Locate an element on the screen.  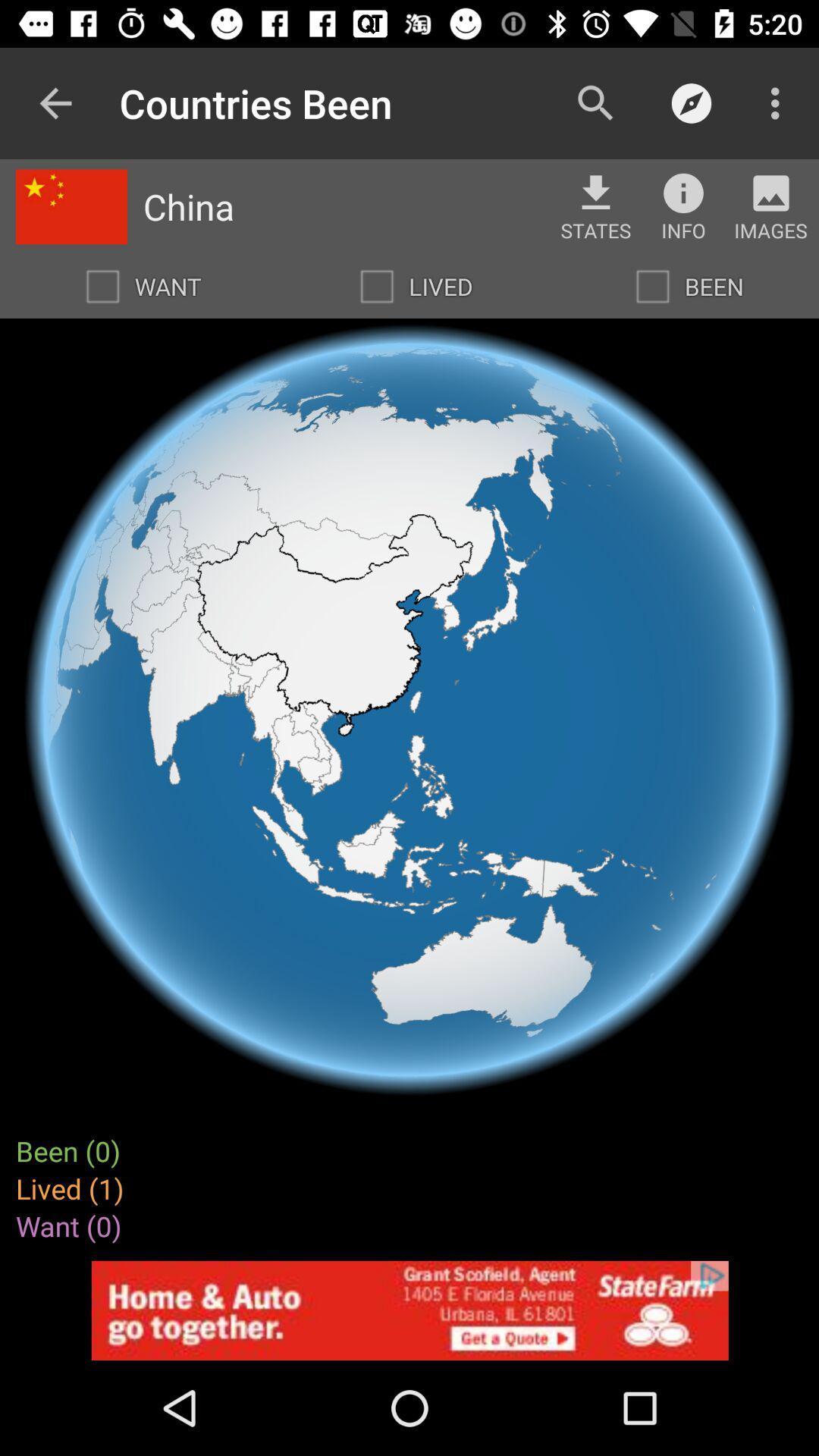
download is located at coordinates (595, 192).